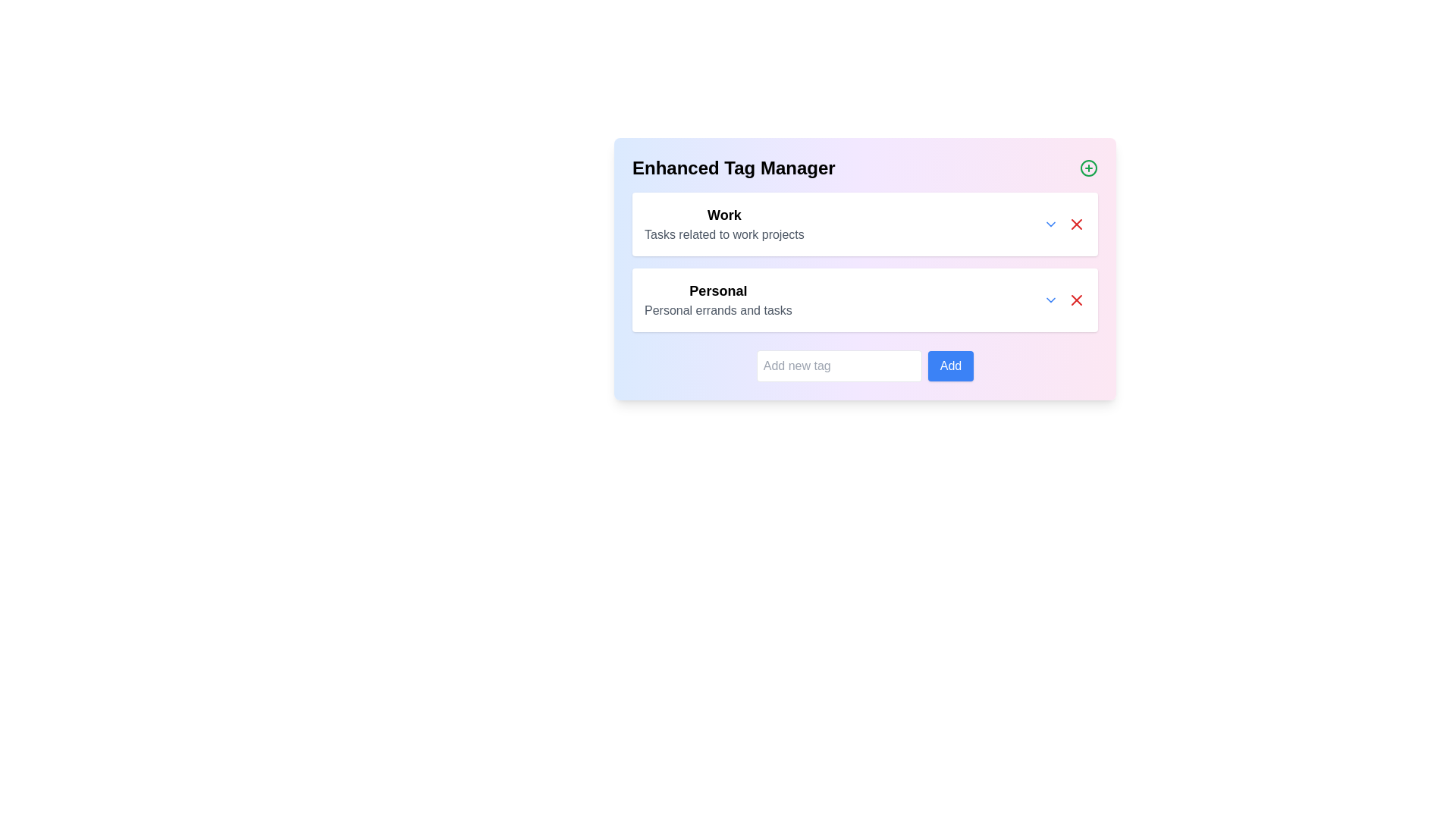 The height and width of the screenshot is (819, 1456). I want to click on the rectangular button labeled 'Add' with a blue background, so click(949, 366).